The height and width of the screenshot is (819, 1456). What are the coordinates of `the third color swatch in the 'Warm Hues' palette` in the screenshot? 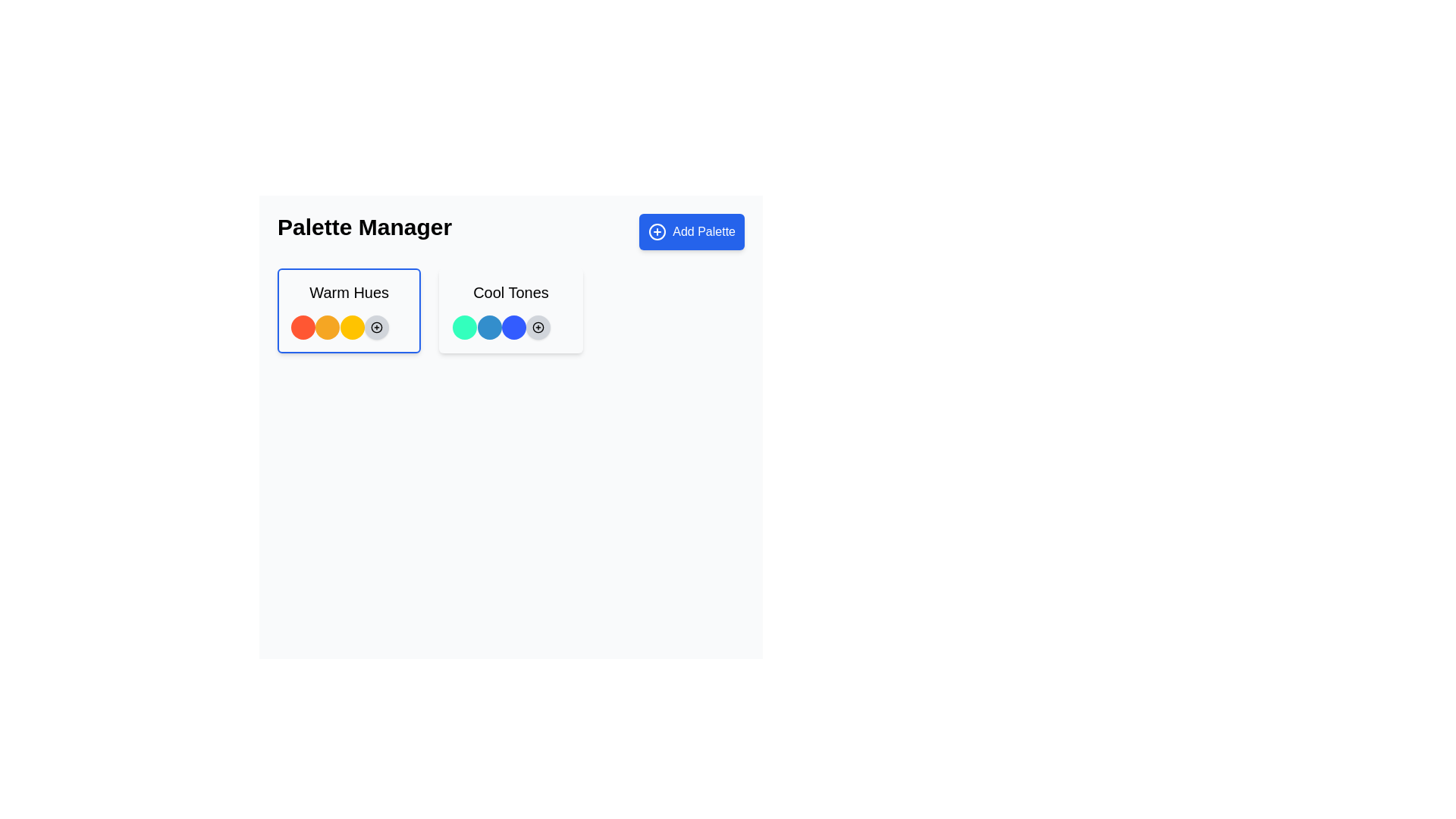 It's located at (351, 327).